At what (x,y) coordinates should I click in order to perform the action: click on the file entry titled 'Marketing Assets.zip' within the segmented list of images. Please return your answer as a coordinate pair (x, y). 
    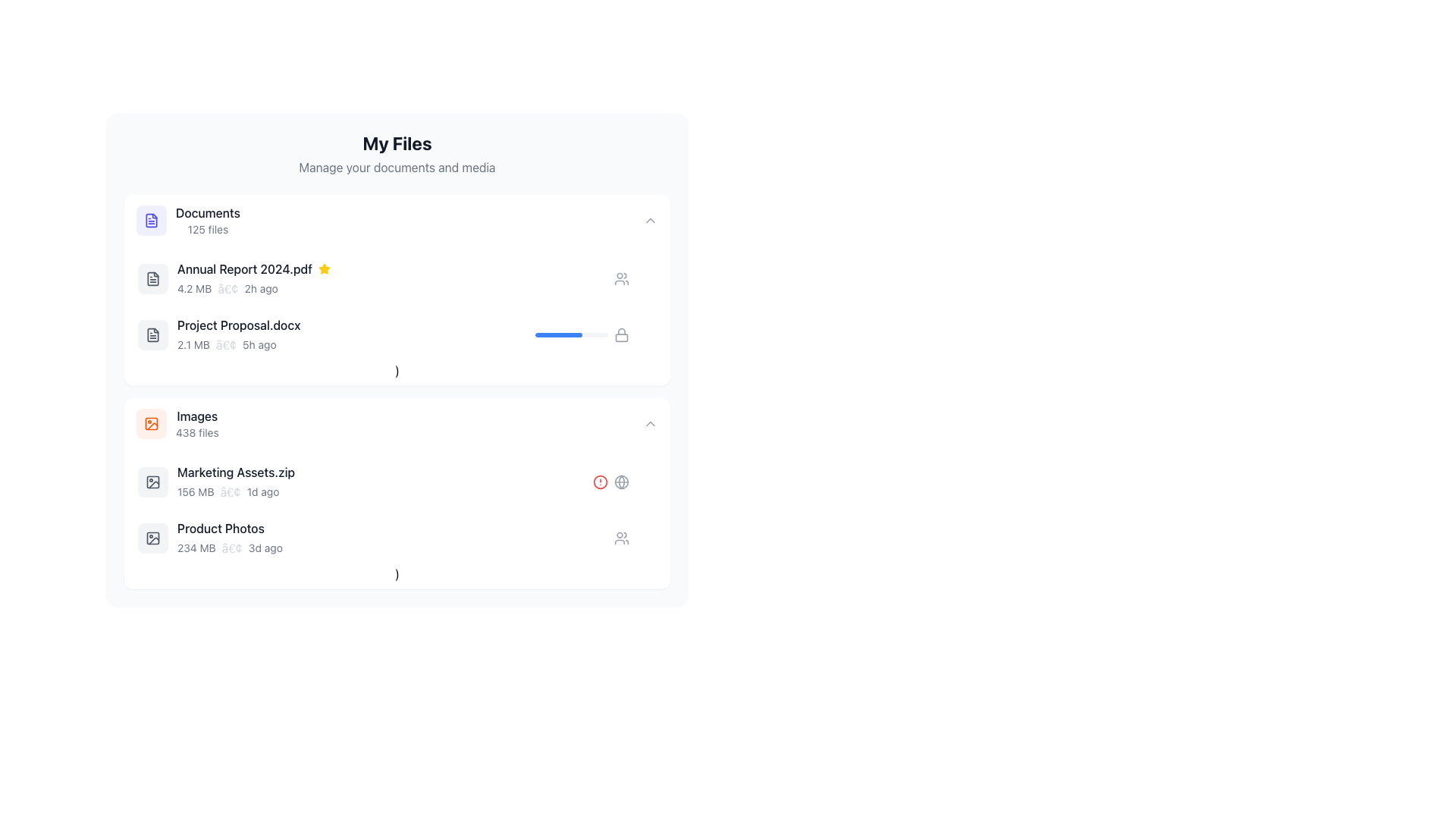
    Looking at the image, I should click on (397, 494).